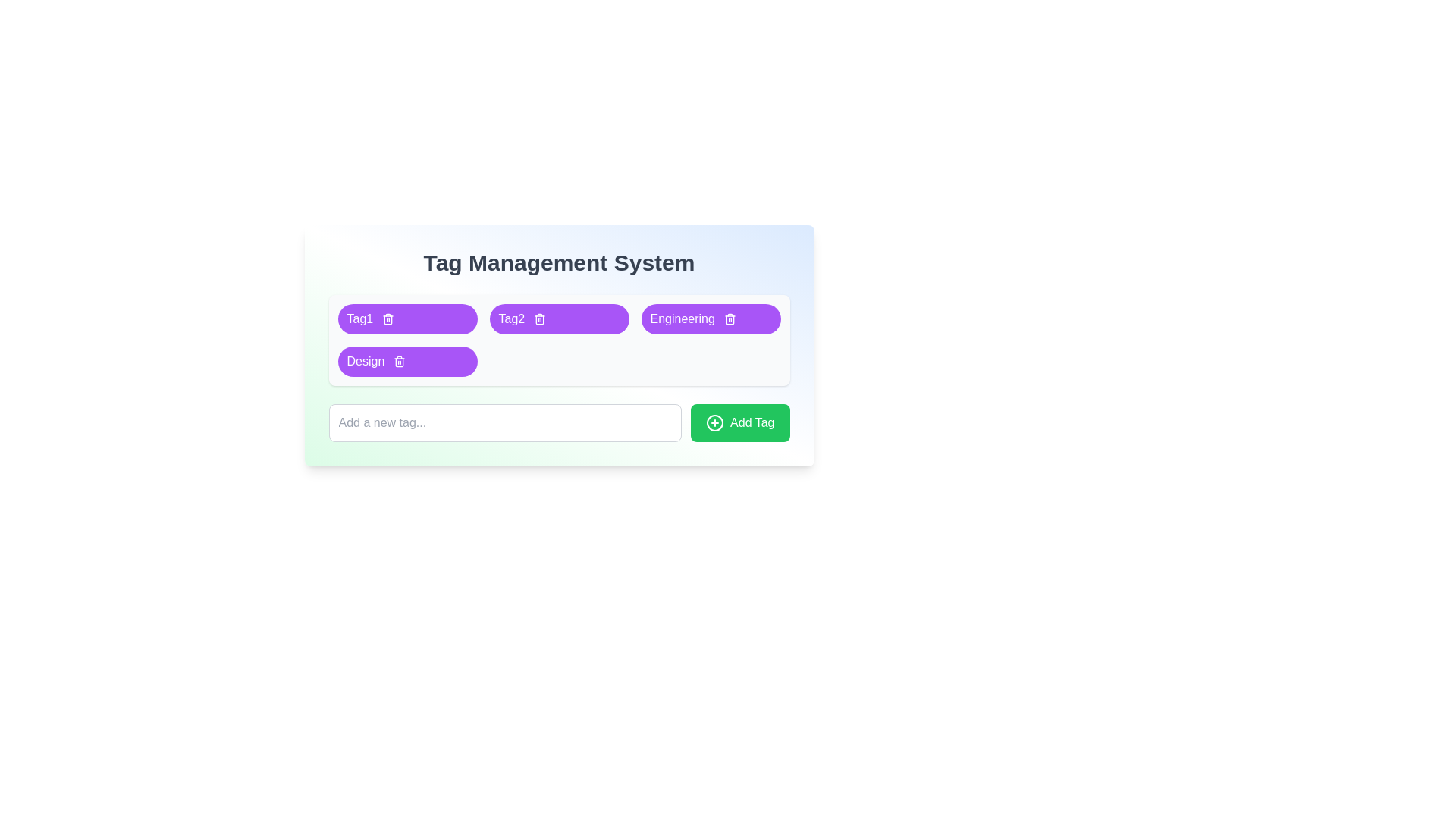  I want to click on the trash icon button styled in white on a purple background, located inside the rounded label with the text 'Tag1', so click(388, 318).